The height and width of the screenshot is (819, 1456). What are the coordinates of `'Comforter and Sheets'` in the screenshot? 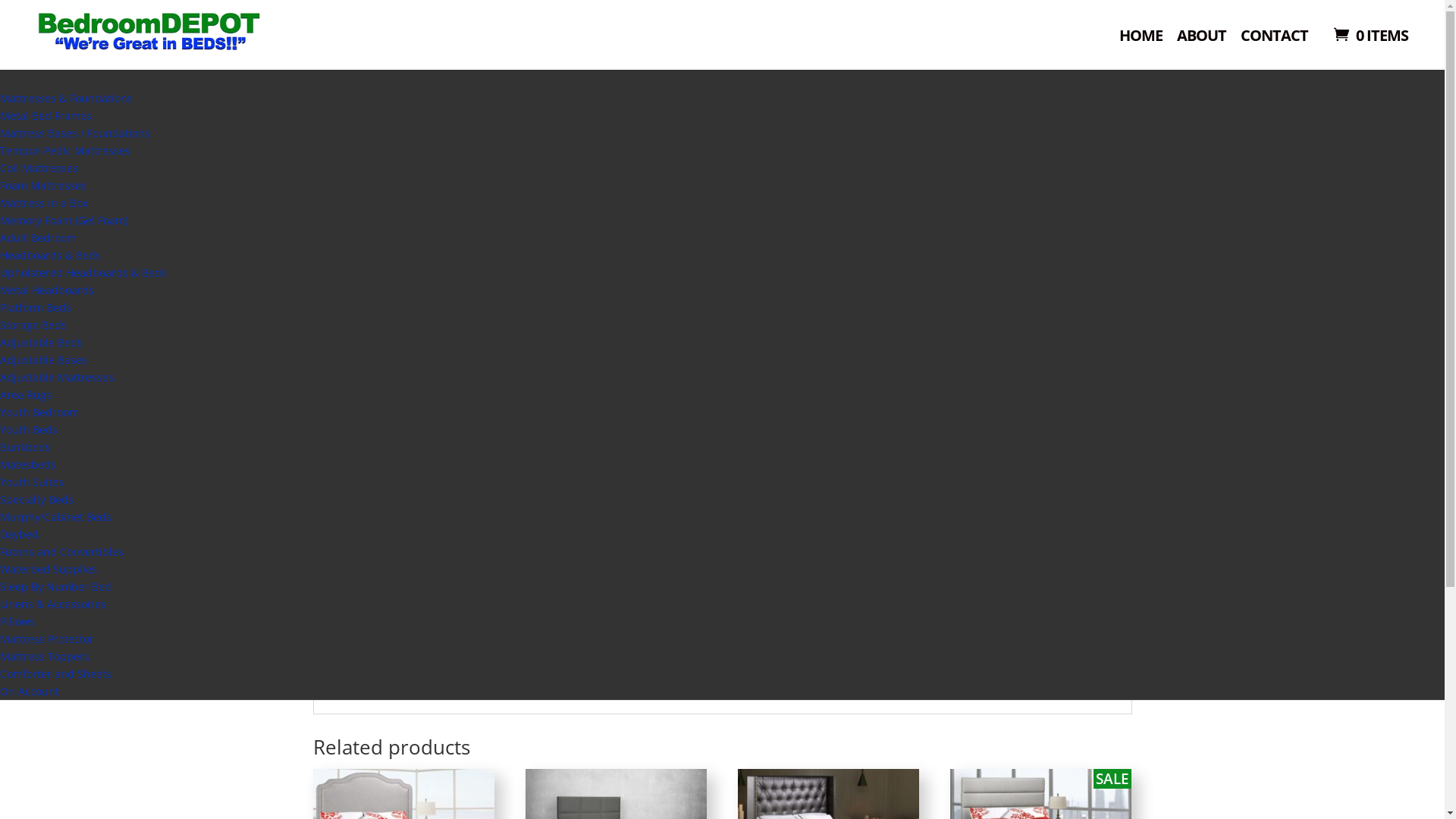 It's located at (55, 673).